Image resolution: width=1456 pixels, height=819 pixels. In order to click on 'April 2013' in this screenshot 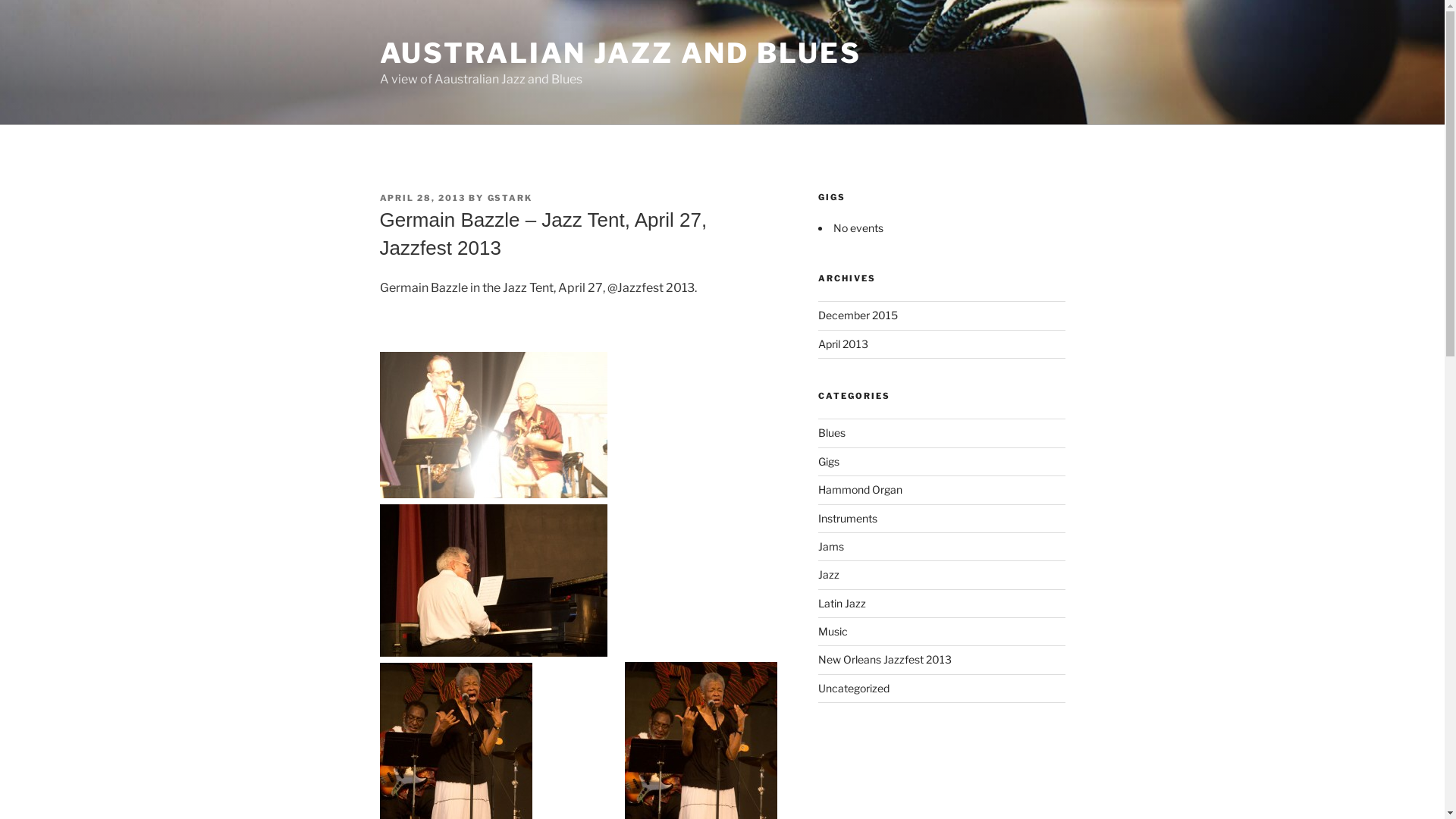, I will do `click(843, 344)`.